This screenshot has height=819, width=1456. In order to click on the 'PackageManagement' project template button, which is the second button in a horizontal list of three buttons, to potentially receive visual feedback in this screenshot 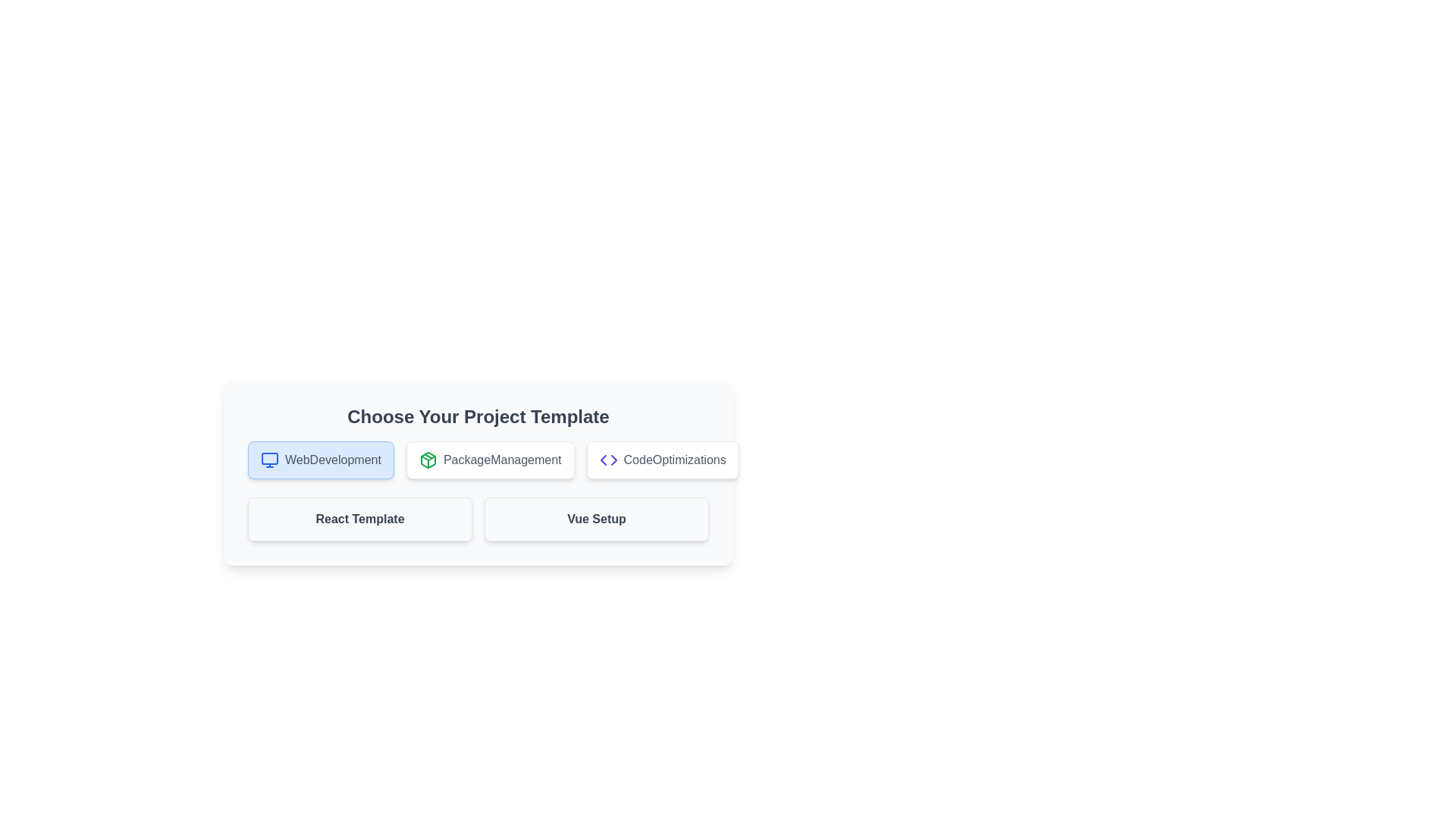, I will do `click(490, 459)`.